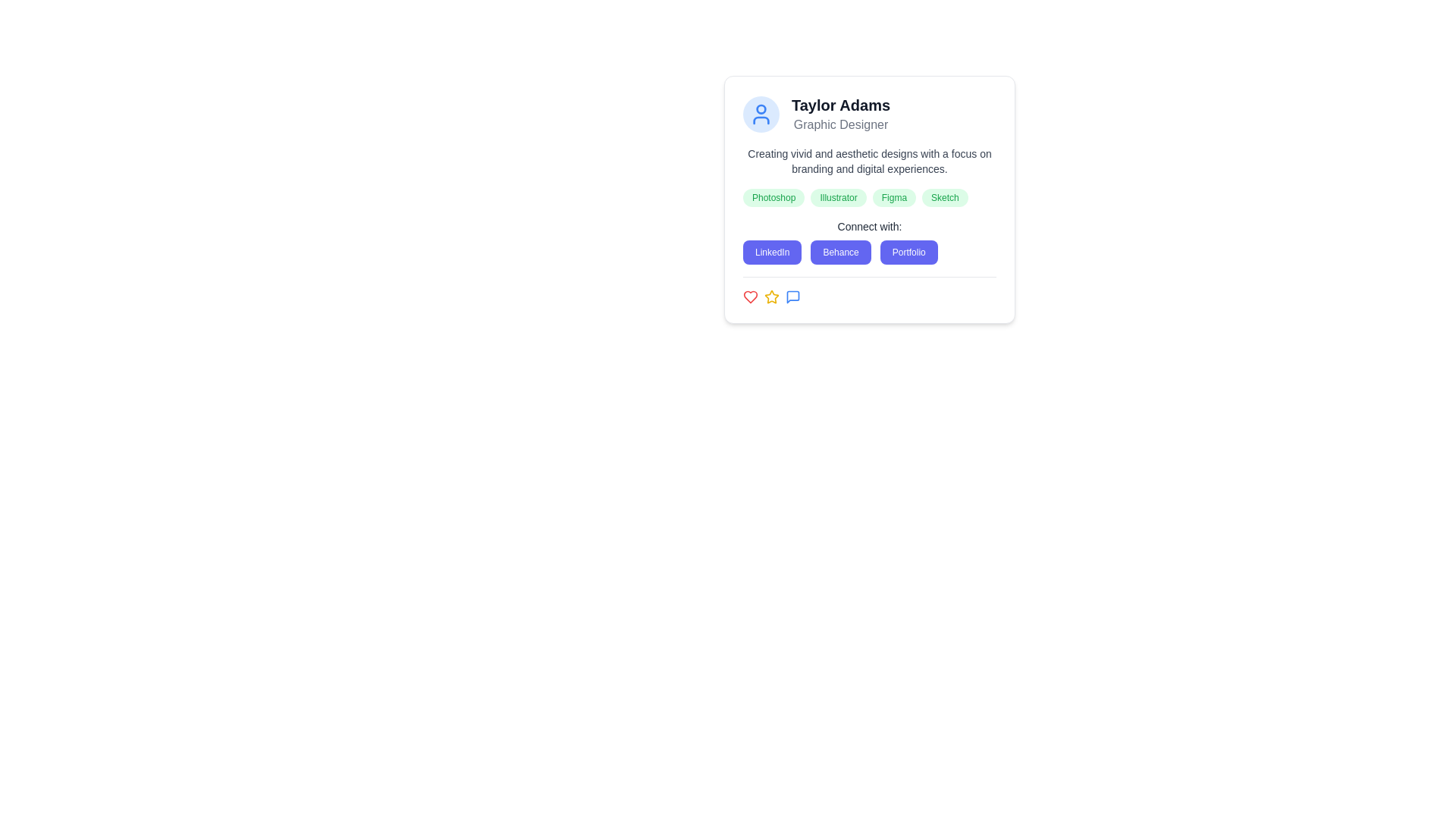  What do you see at coordinates (839, 251) in the screenshot?
I see `the second button labeled 'Behance' in the group of three buttons` at bounding box center [839, 251].